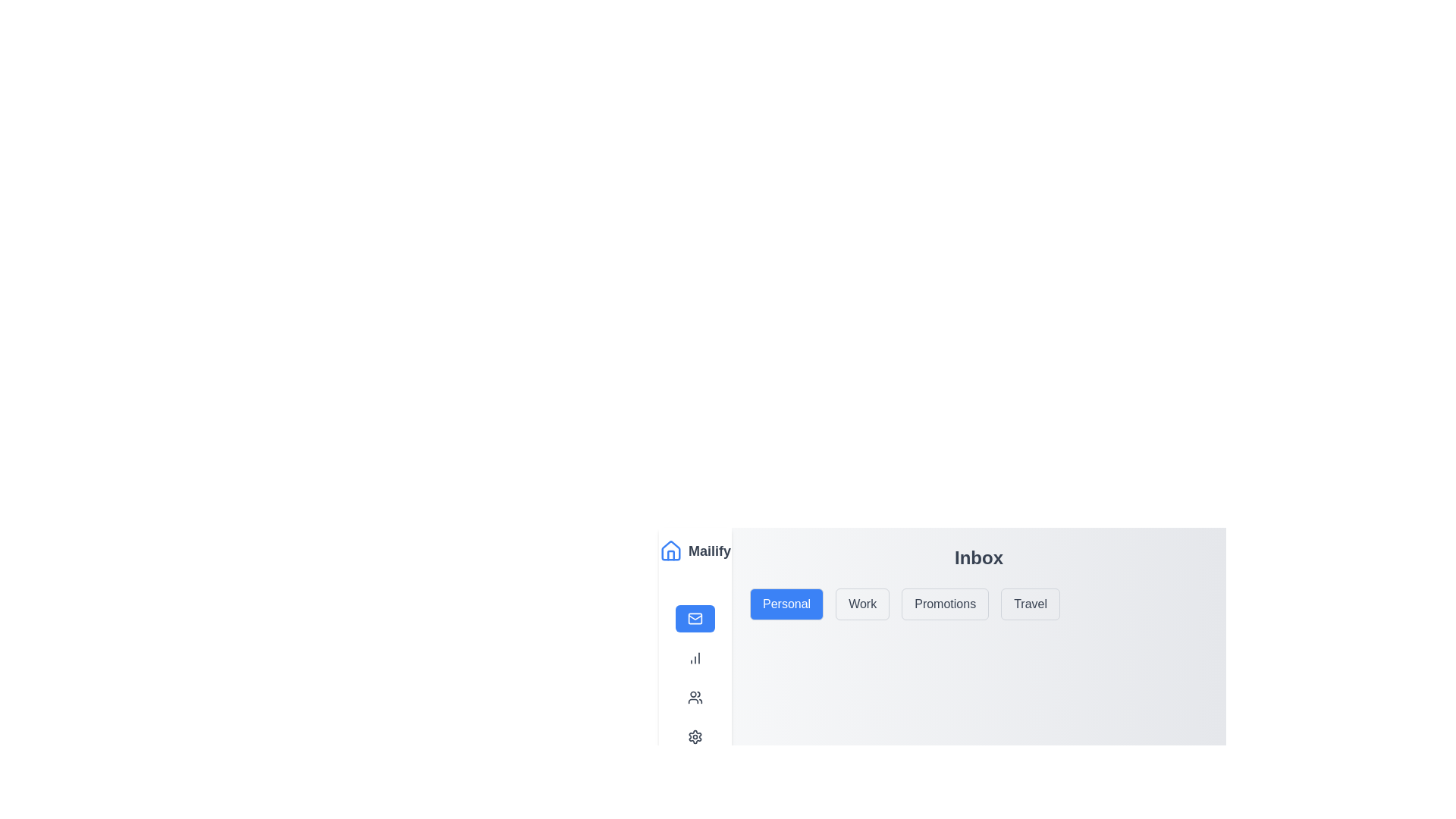  Describe the element at coordinates (862, 604) in the screenshot. I see `the 'Work' button` at that location.